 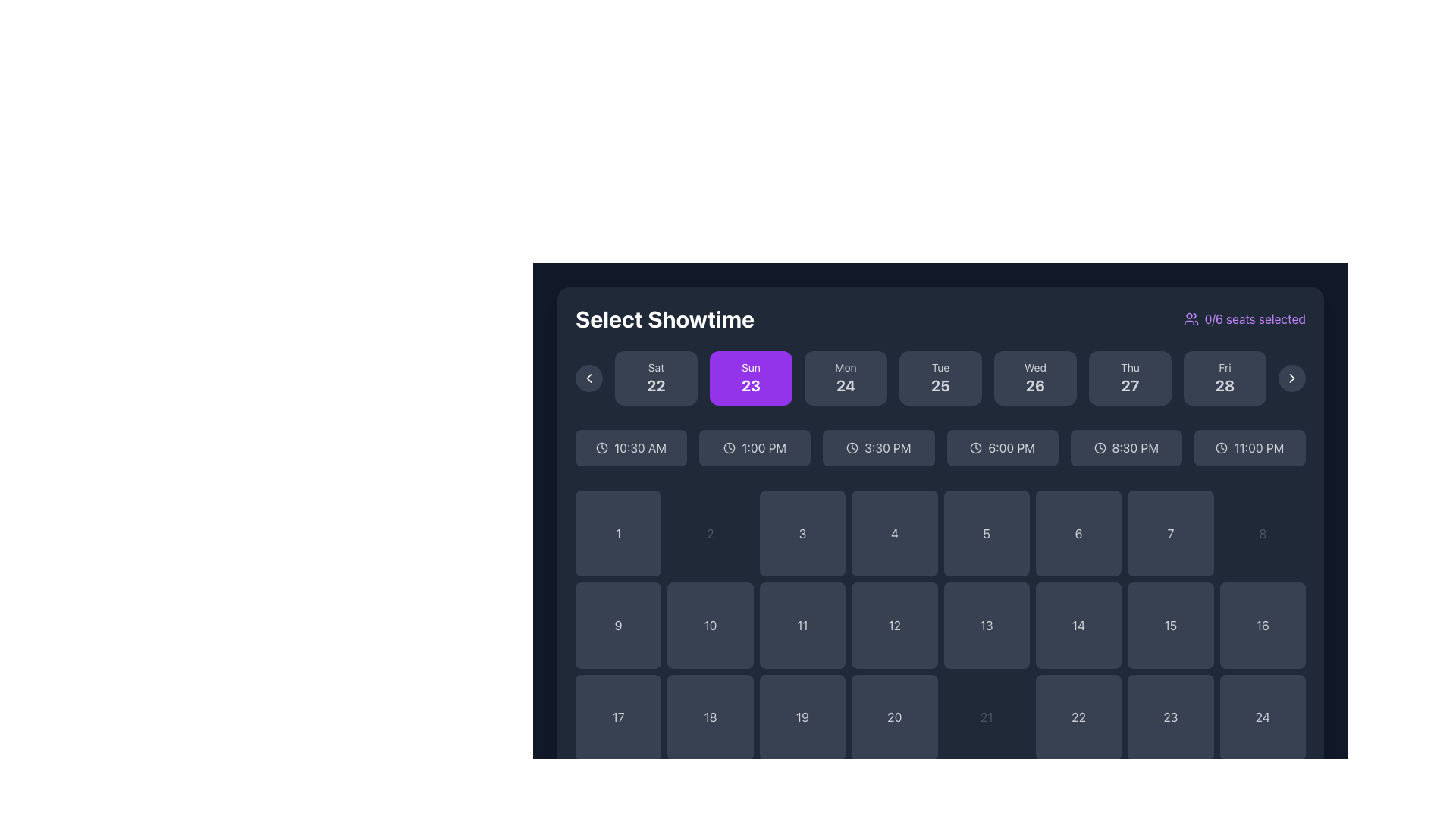 I want to click on the button located in the sixth row and sixth column of the grid interface, so click(x=1078, y=717).